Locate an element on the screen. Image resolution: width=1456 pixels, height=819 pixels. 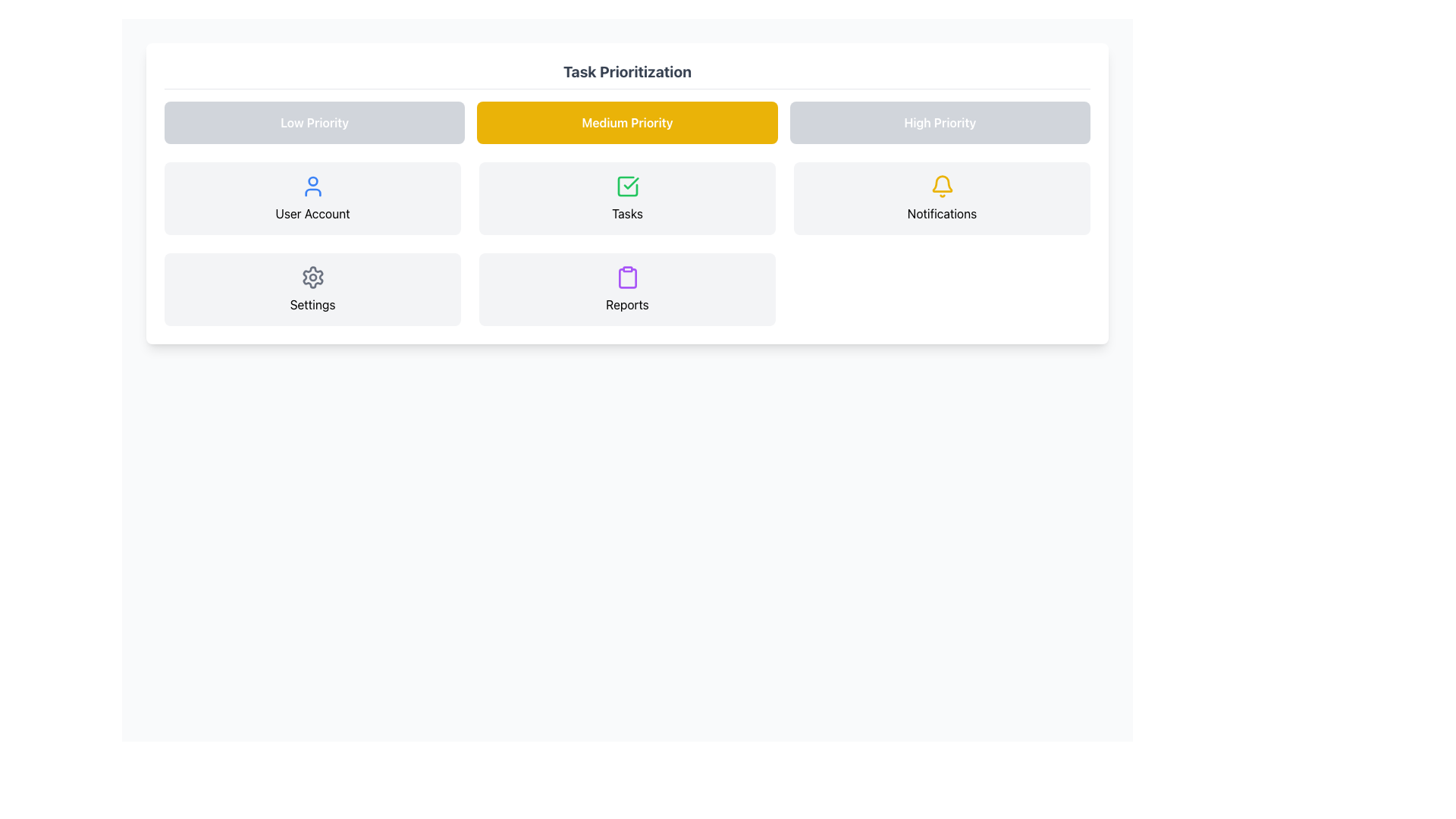
the header text label that serves as the title for the section containing priority categories and associated items is located at coordinates (627, 72).